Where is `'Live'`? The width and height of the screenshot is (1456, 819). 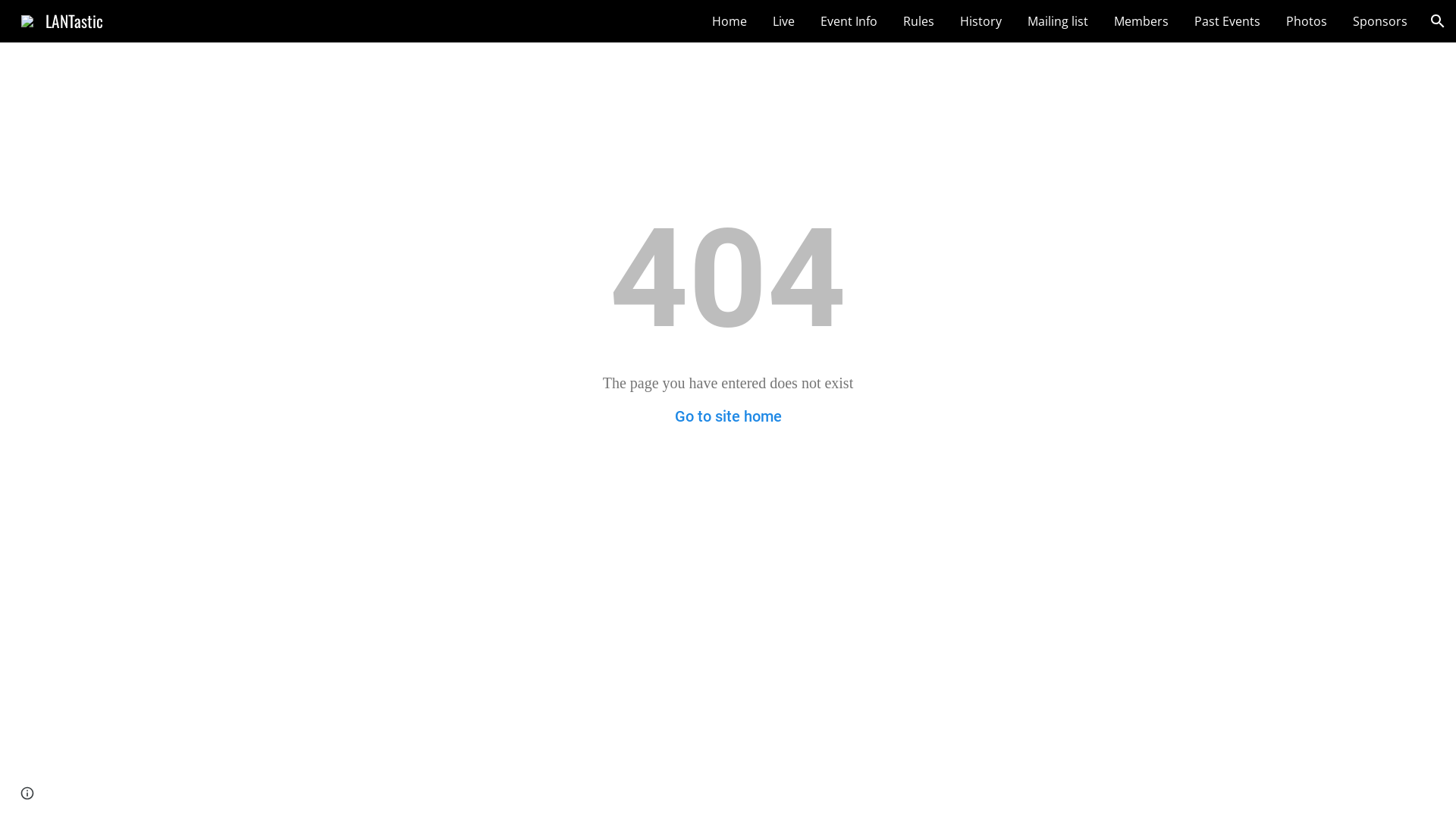 'Live' is located at coordinates (783, 20).